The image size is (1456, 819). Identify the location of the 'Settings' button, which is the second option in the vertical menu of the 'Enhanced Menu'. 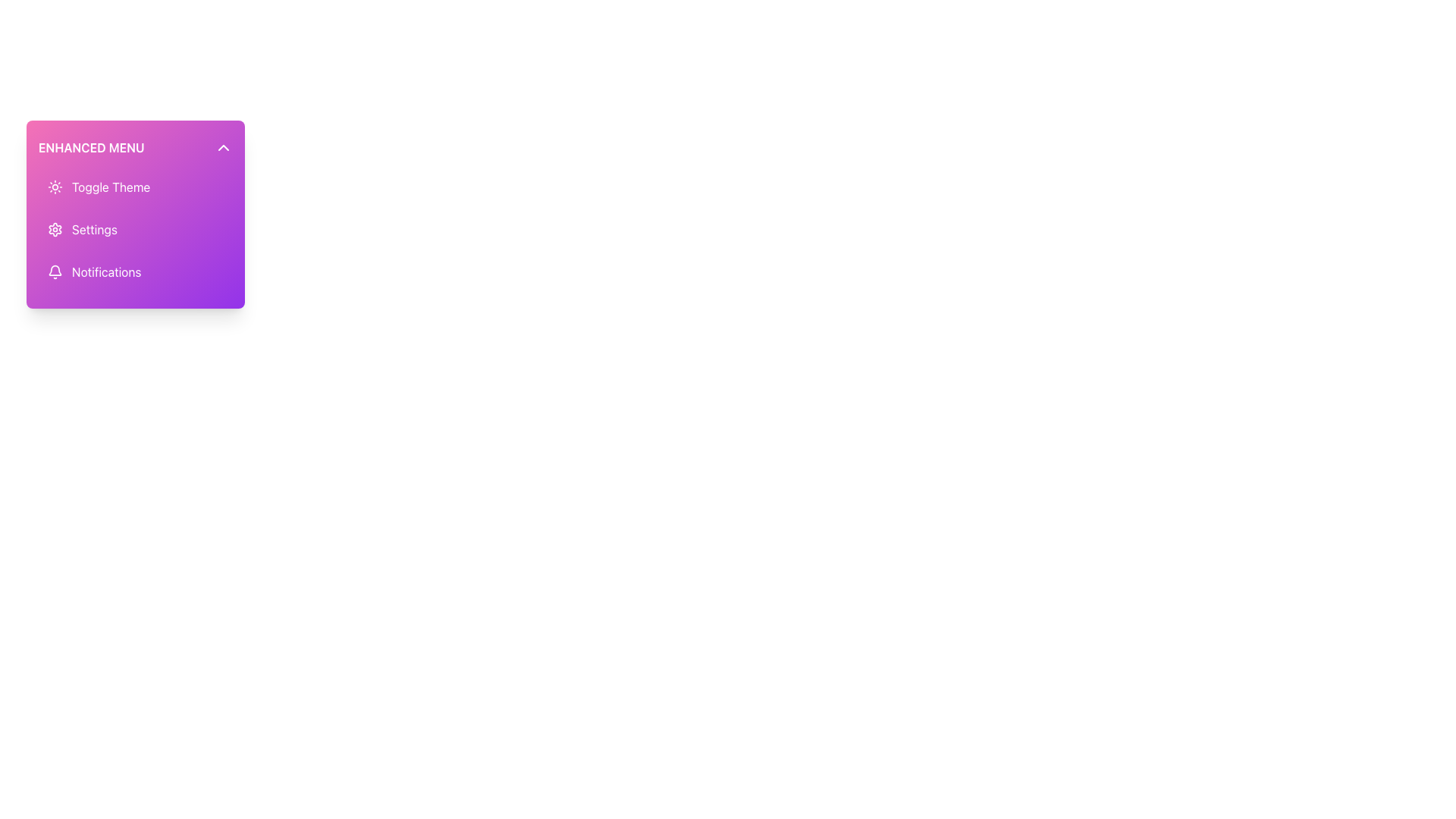
(135, 230).